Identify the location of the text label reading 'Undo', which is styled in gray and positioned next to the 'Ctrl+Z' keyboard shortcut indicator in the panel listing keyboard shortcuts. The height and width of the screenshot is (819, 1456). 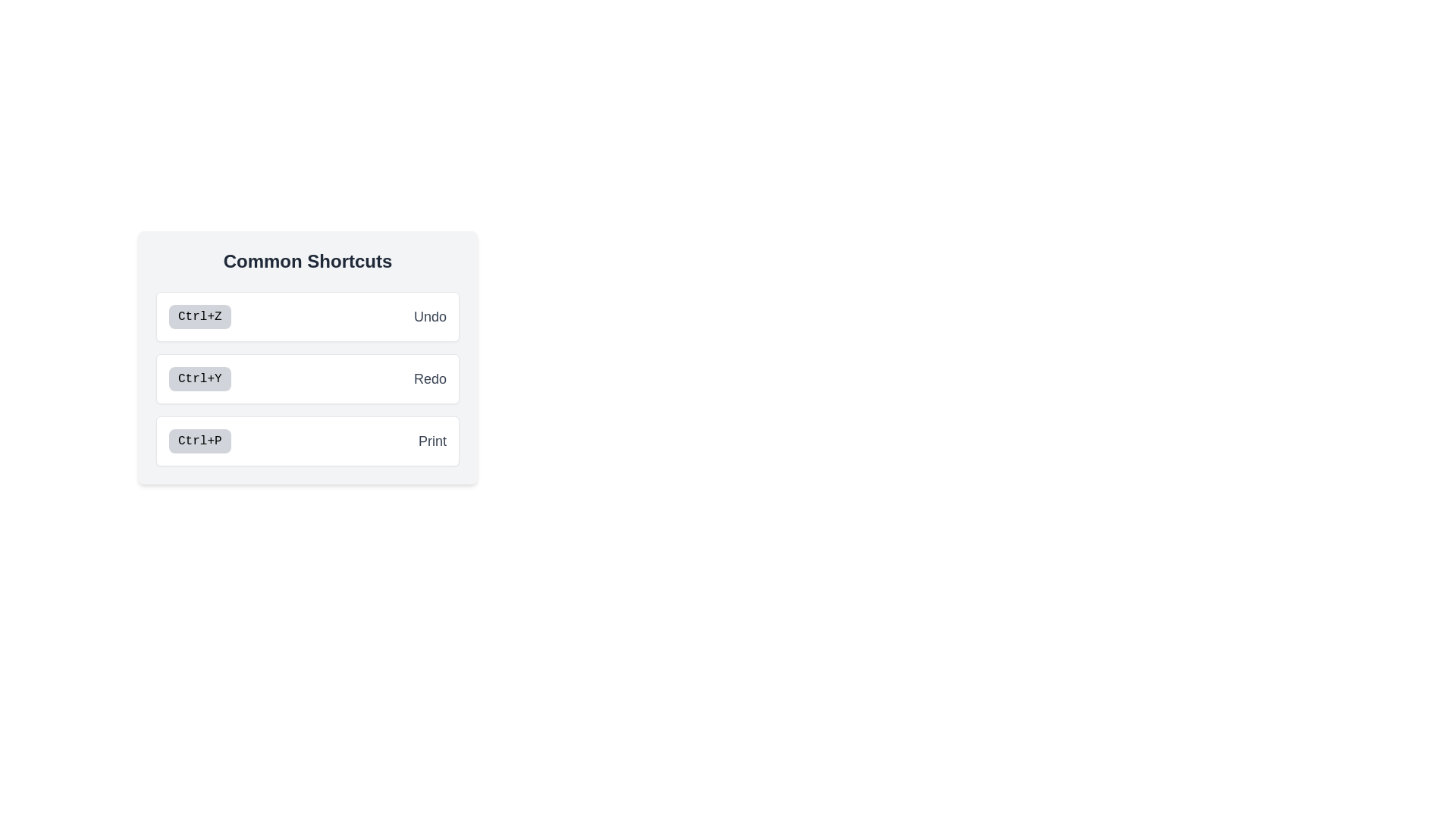
(429, 315).